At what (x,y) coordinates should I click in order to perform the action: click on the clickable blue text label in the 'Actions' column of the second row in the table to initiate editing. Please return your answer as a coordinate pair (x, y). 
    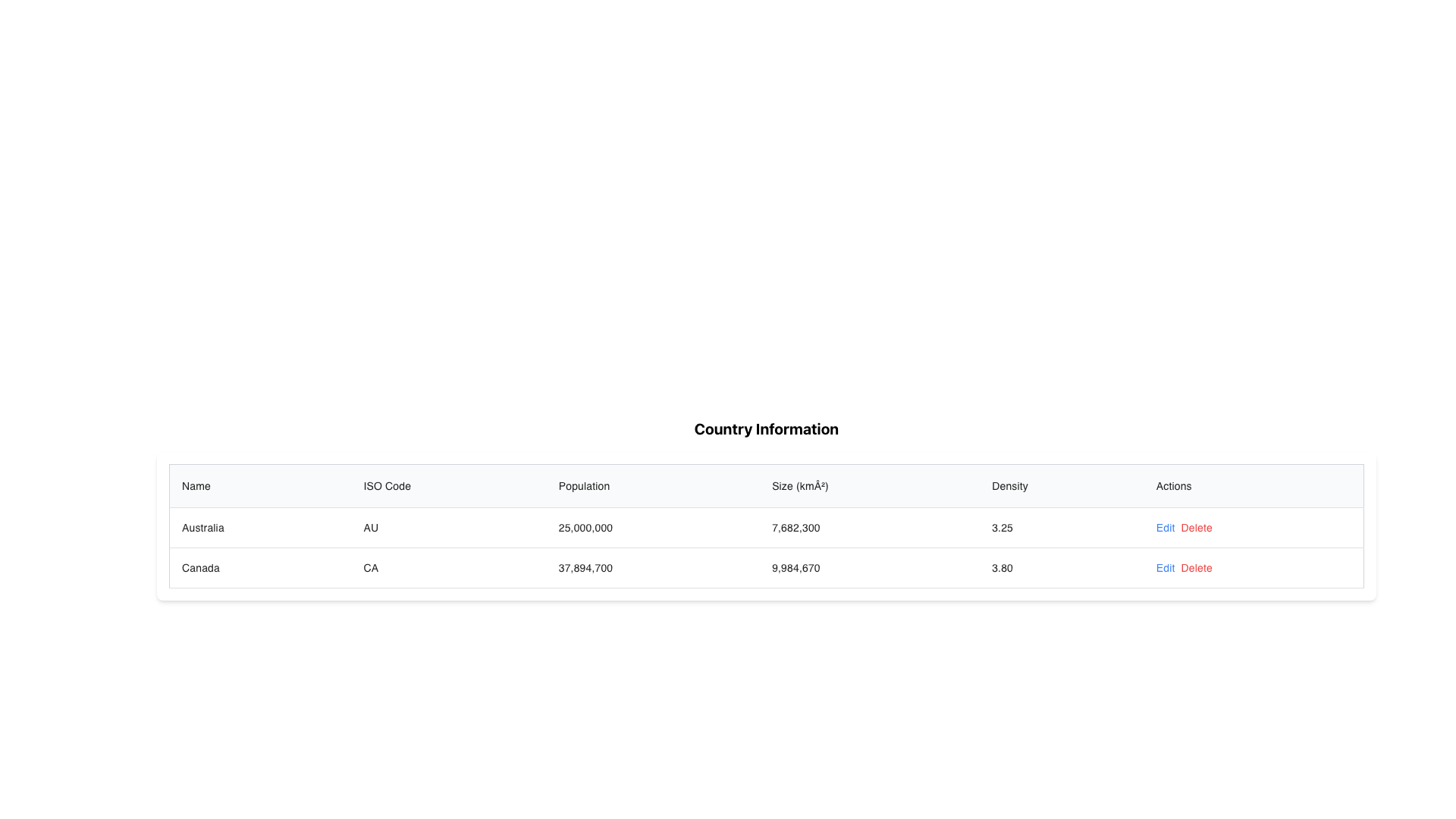
    Looking at the image, I should click on (1164, 567).